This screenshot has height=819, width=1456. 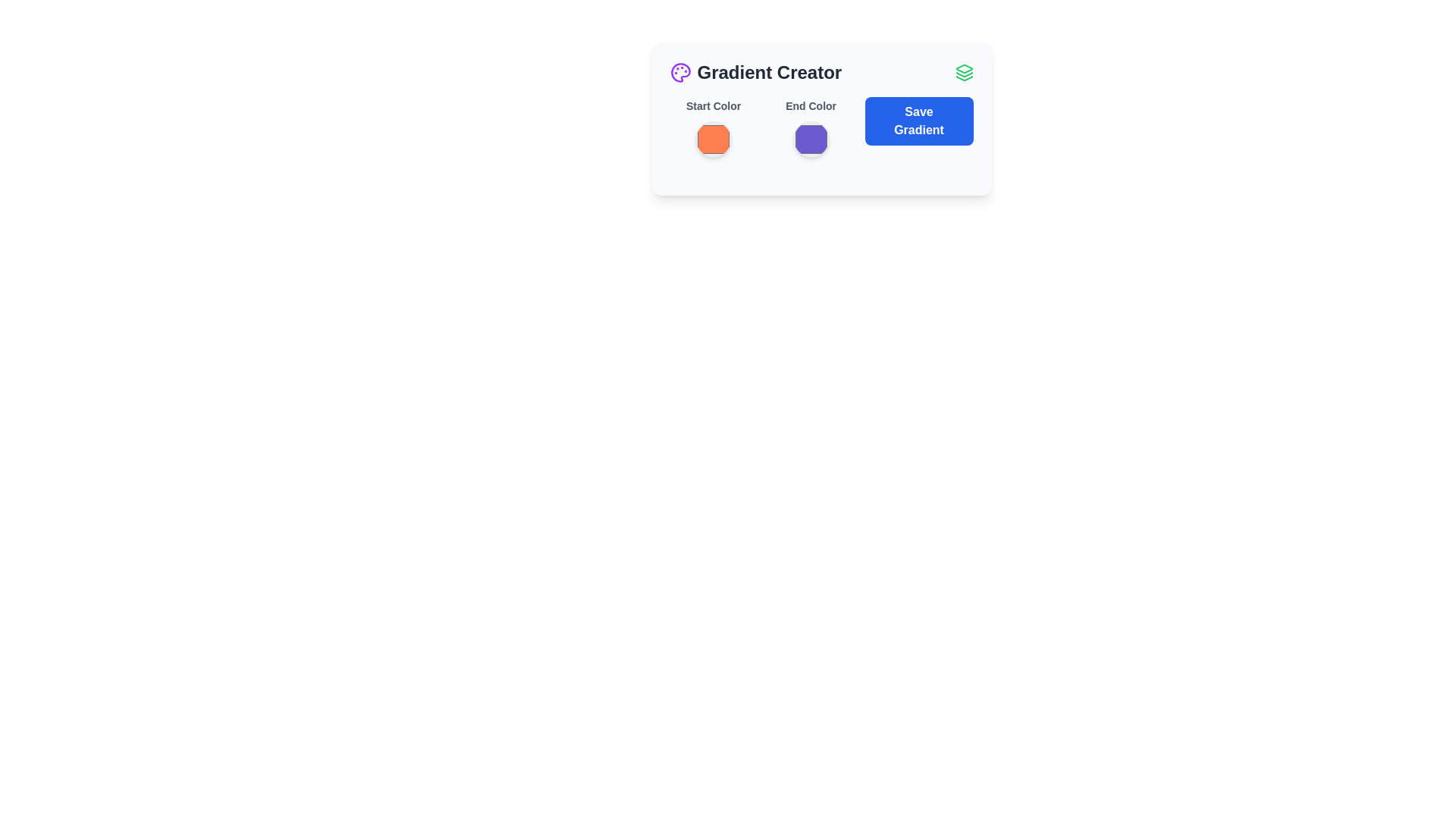 I want to click on the 'Save Gradient' button, which is a rectangular button with a blue background and white bold text, so click(x=918, y=120).